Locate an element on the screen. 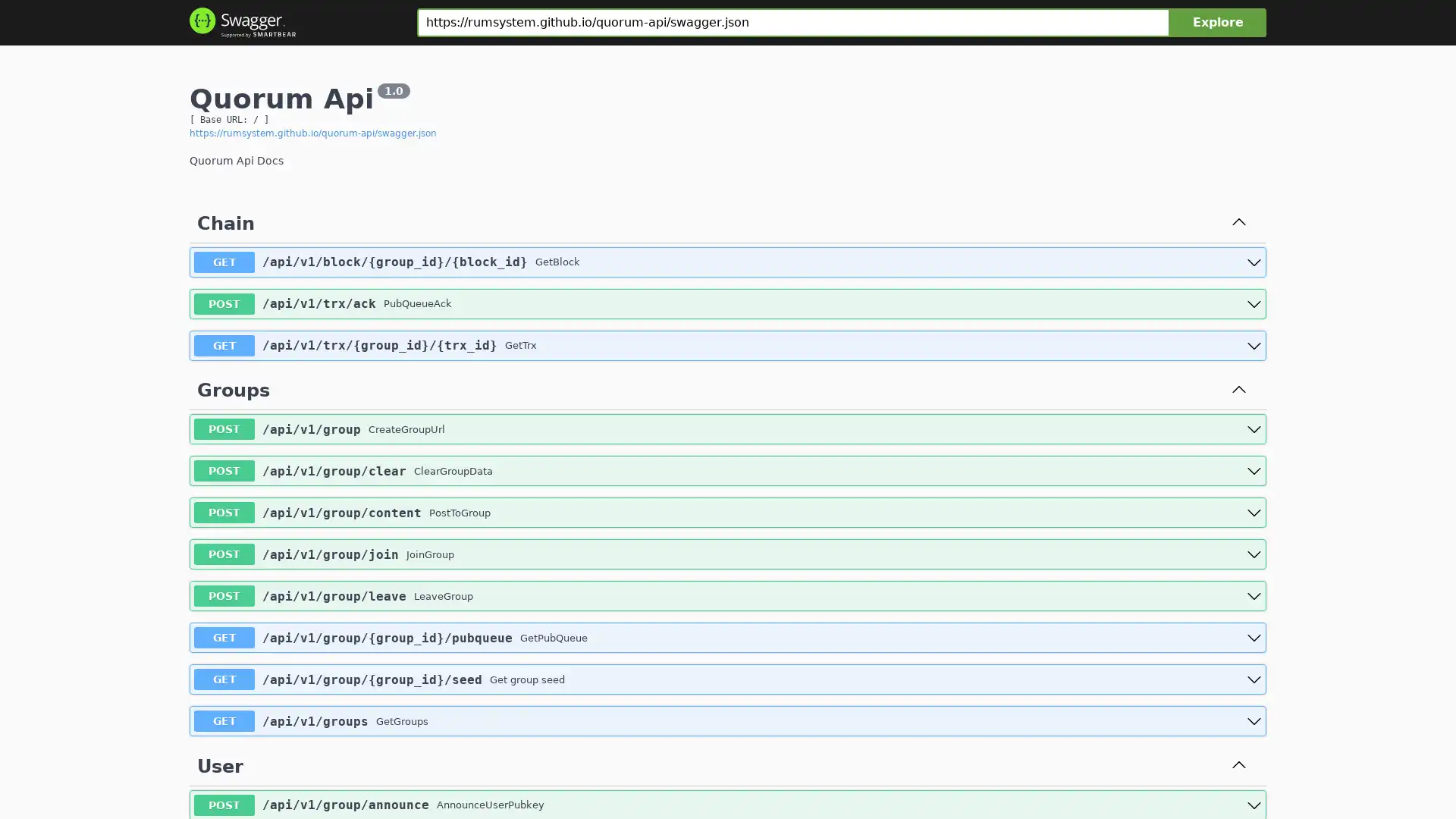  get /api/v1/block/{group_id}/{block_id} is located at coordinates (728, 260).